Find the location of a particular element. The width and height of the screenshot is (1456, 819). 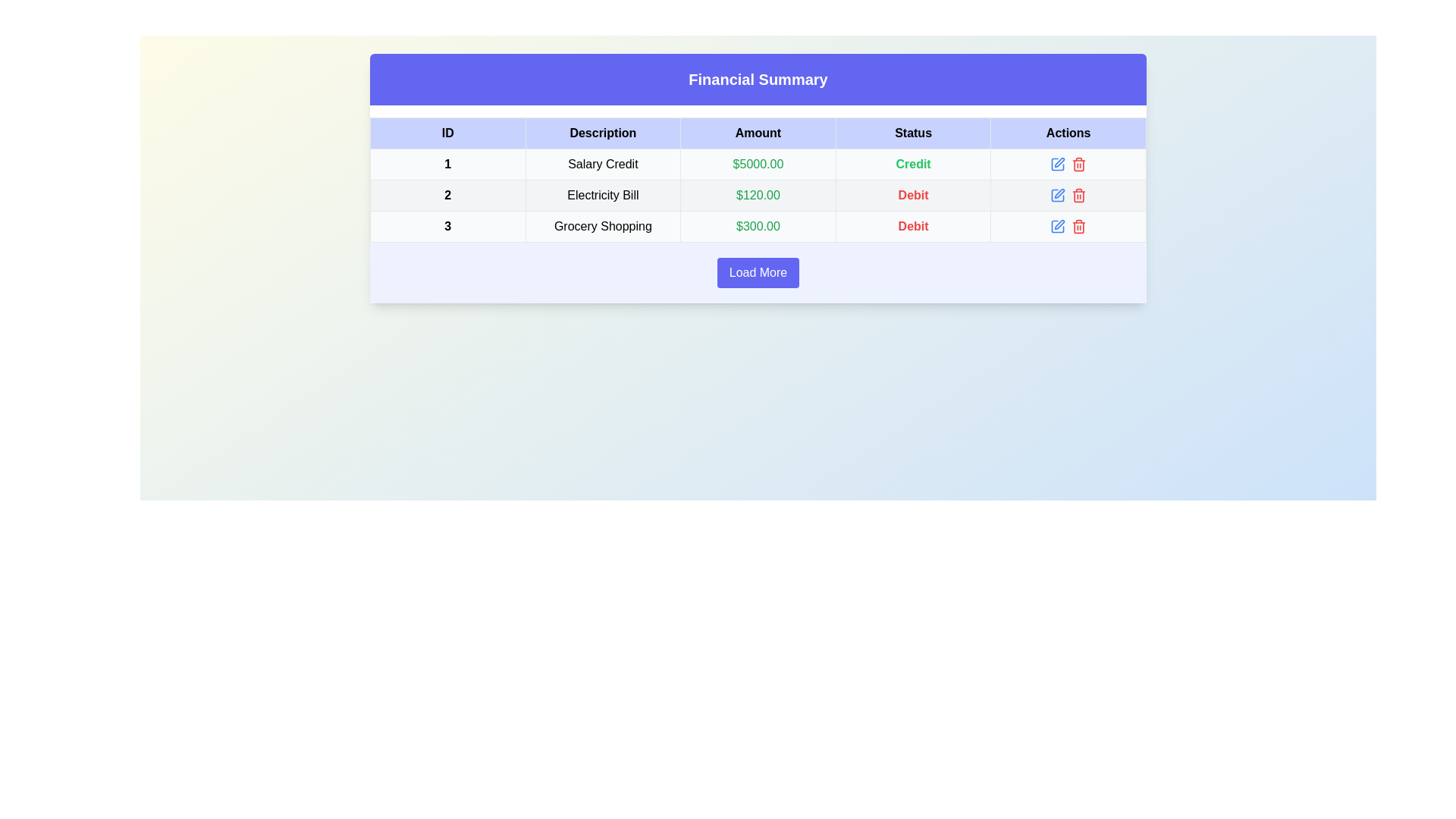

the pen icon within the Actions column of the financial summary table in the second row, corresponding to the 'Electricity Bill' is located at coordinates (1059, 193).